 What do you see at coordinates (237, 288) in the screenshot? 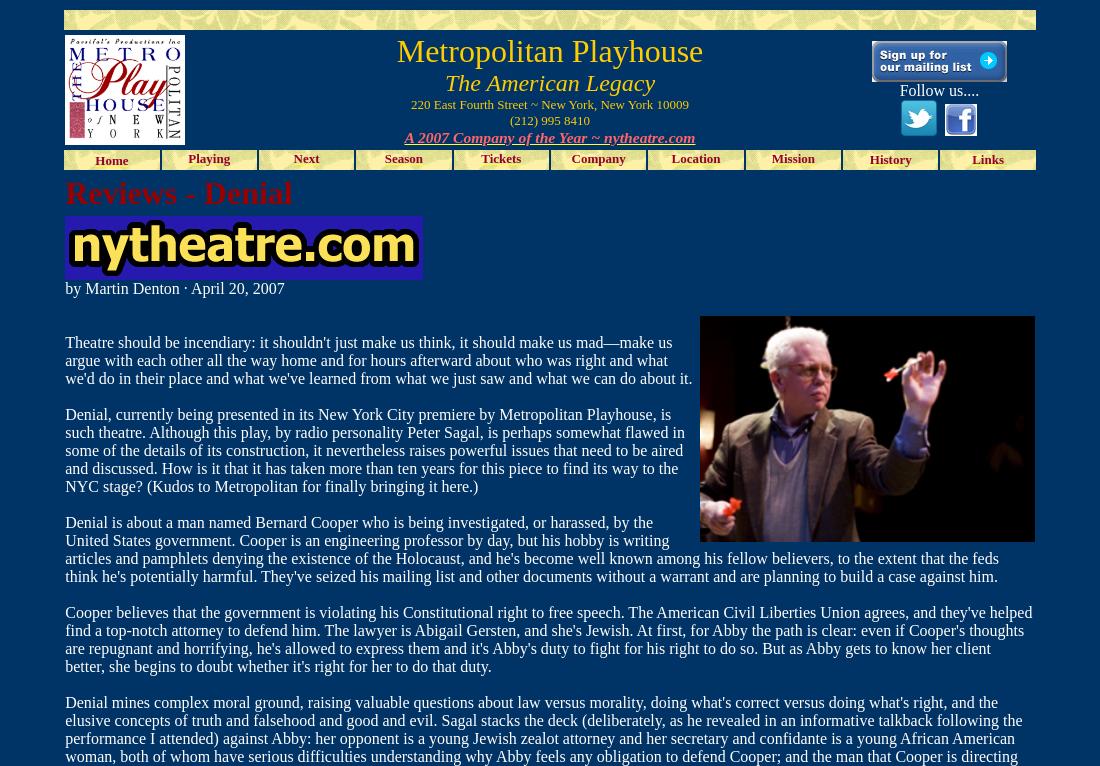
I see `'April 20,
2007'` at bounding box center [237, 288].